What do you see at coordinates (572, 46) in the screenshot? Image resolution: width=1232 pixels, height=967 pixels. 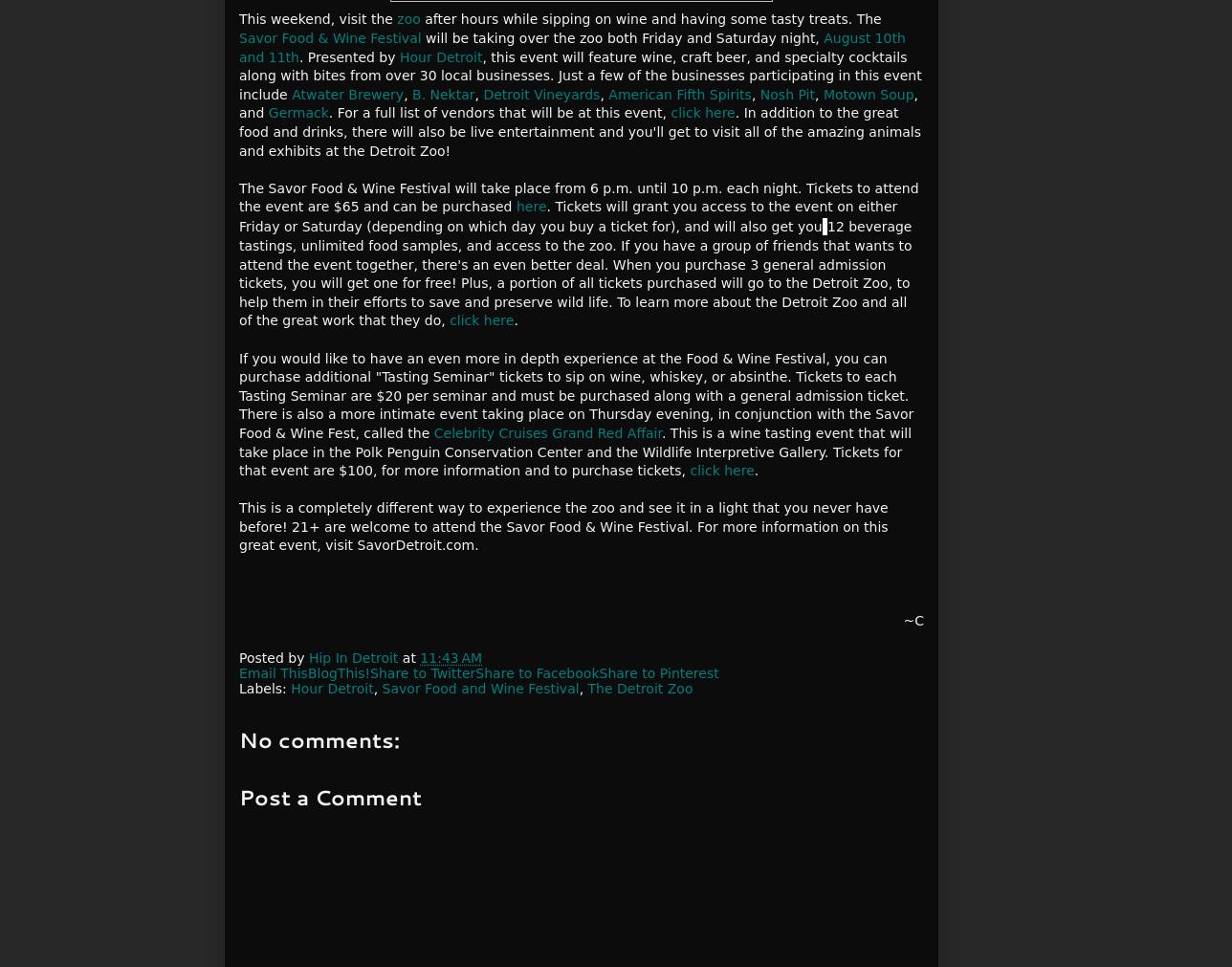 I see `'August 10th and 11th'` at bounding box center [572, 46].